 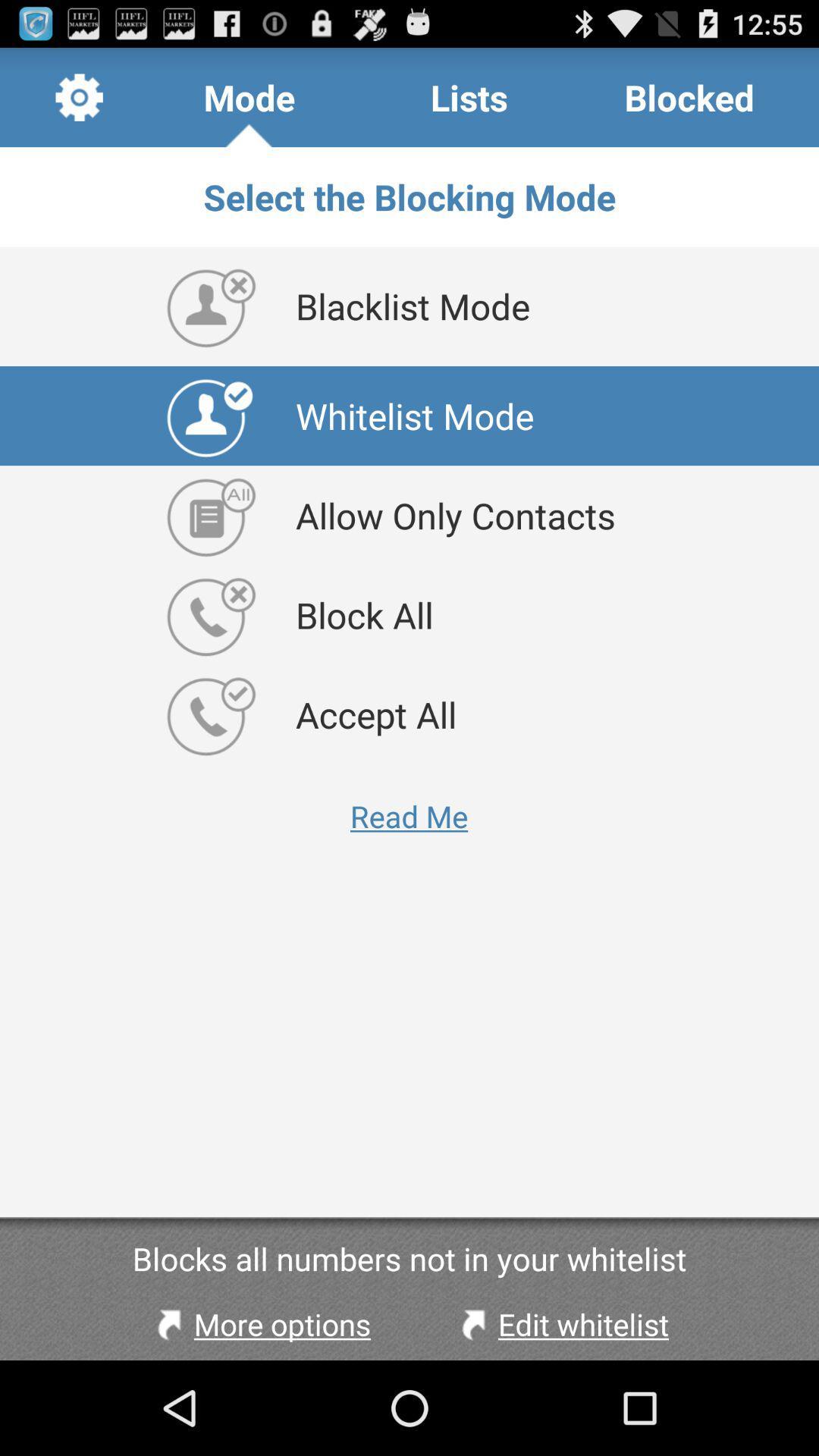 I want to click on the app to the right of mode app, so click(x=469, y=96).